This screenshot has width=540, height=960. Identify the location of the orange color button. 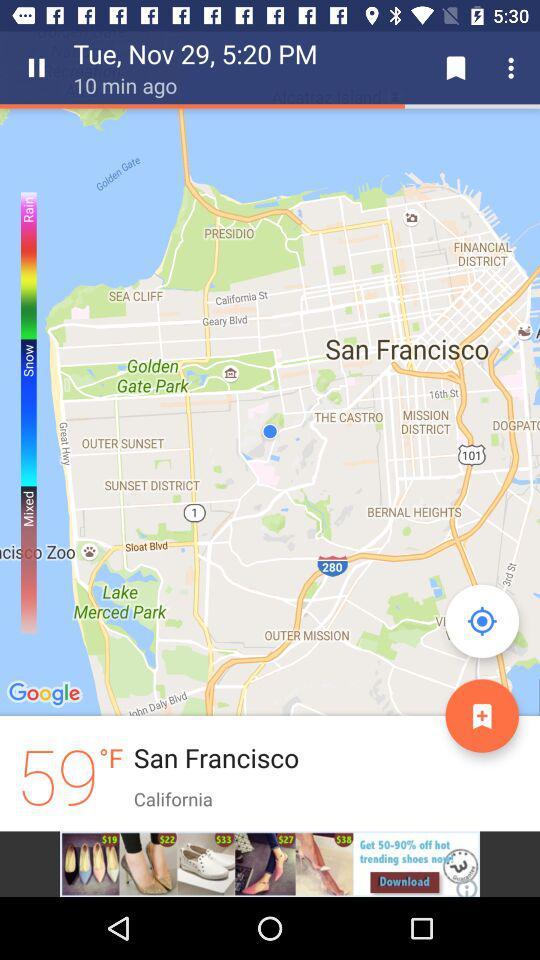
(481, 715).